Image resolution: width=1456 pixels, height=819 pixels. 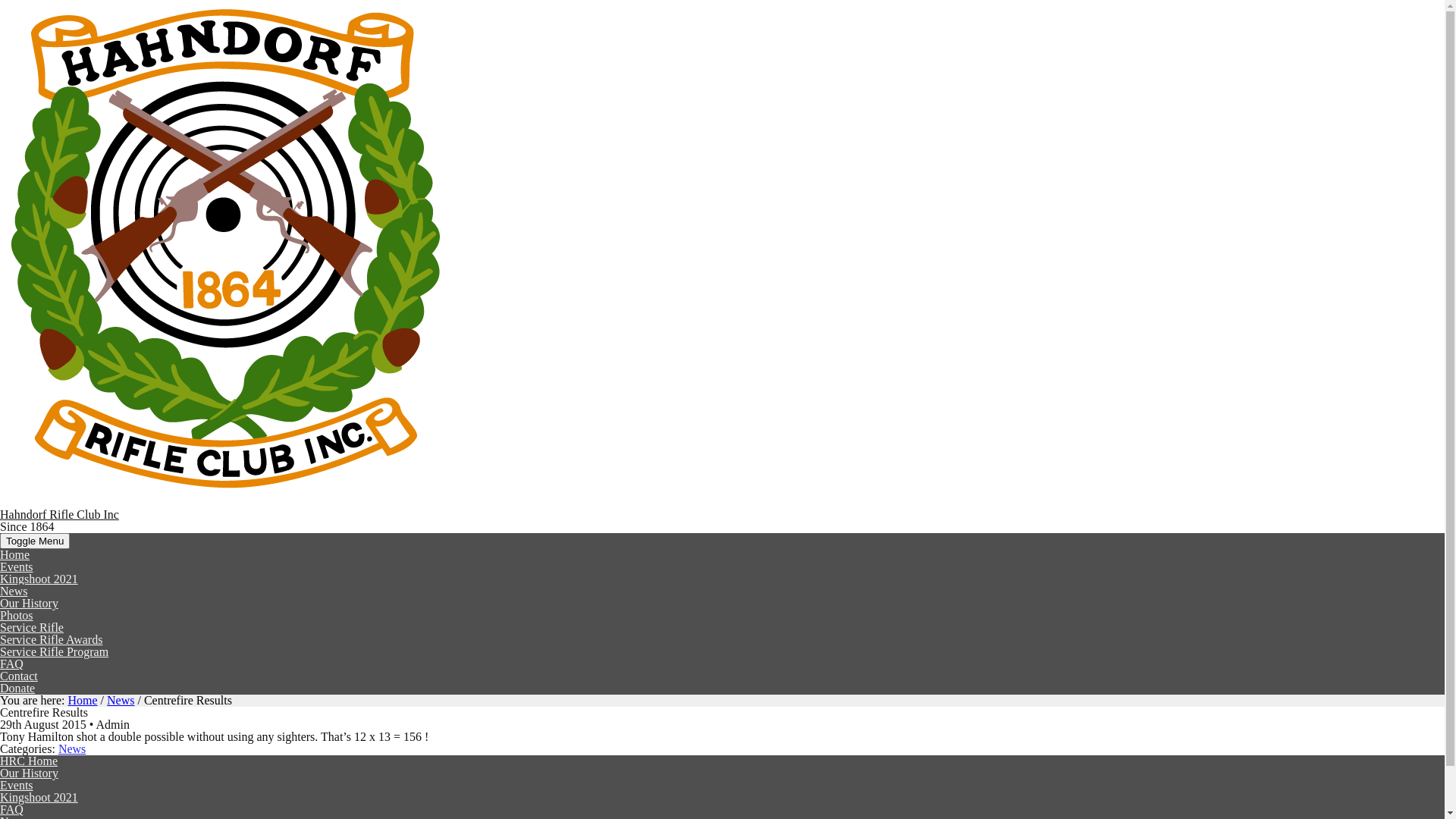 I want to click on 'Events', so click(x=0, y=785).